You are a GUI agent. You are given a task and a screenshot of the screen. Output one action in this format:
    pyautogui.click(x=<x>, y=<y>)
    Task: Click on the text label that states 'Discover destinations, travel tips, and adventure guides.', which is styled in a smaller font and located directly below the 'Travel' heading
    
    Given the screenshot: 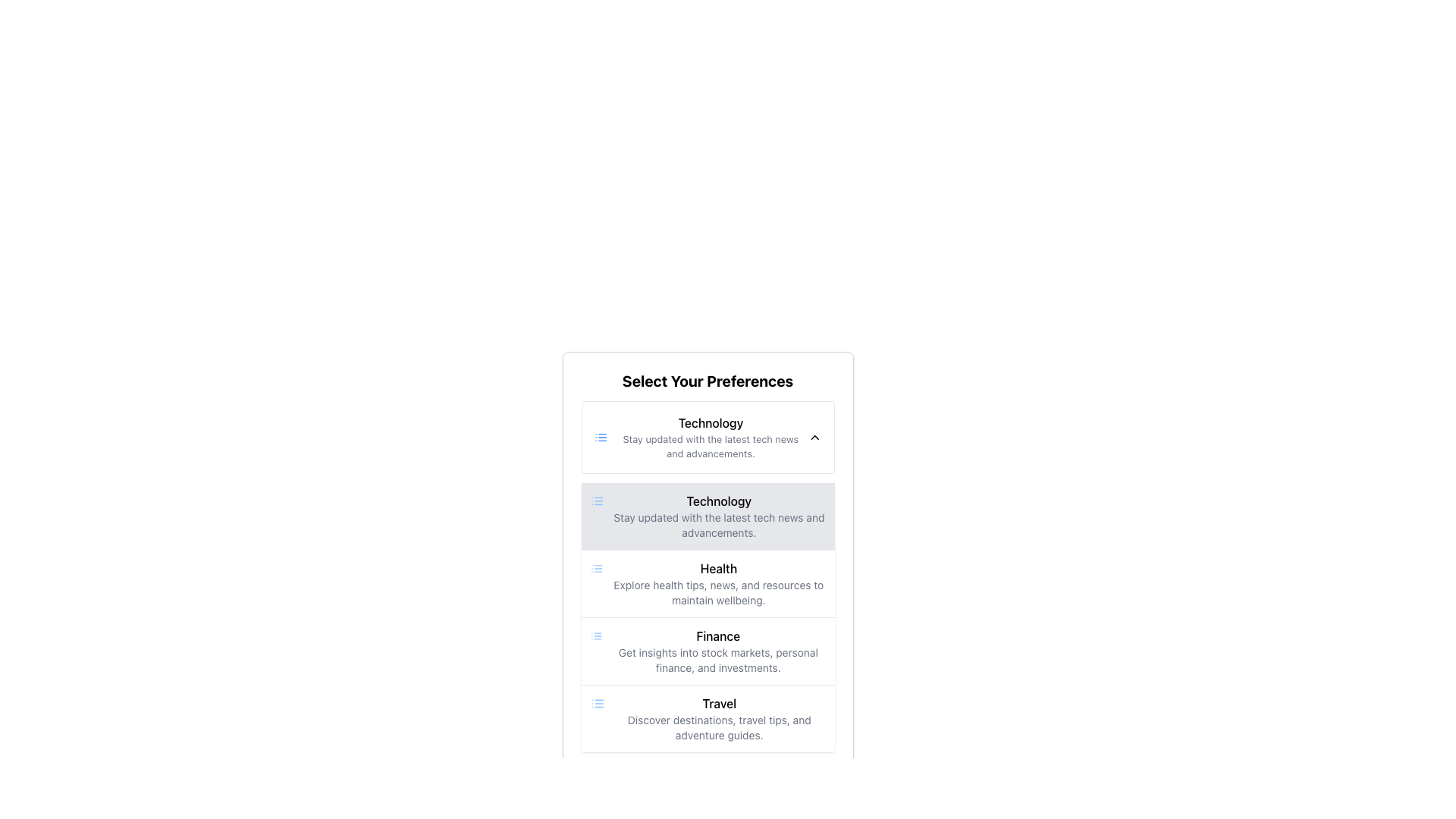 What is the action you would take?
    pyautogui.click(x=718, y=727)
    